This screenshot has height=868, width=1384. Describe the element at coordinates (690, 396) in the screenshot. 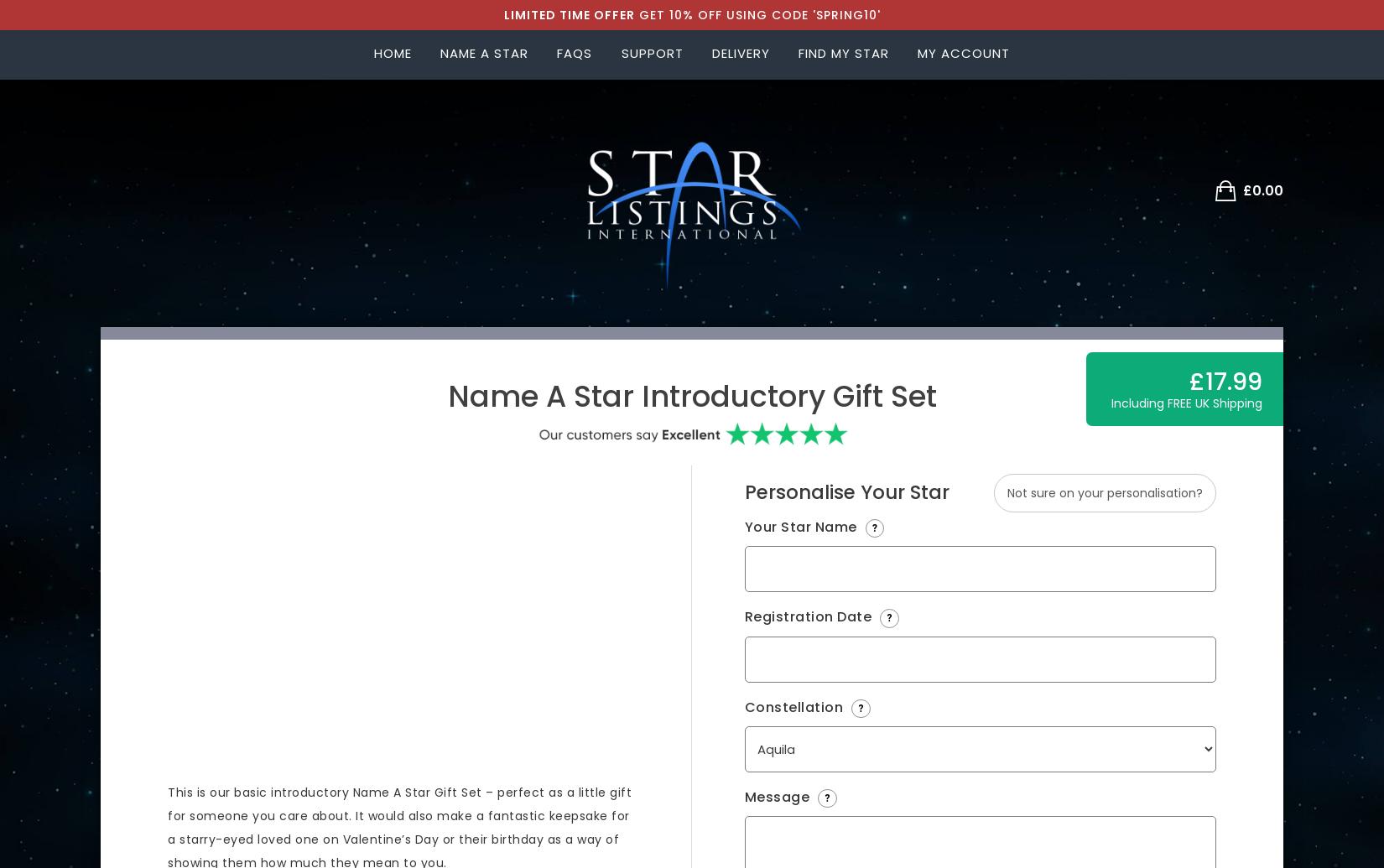

I see `'Name a Star Introductory Gift Set'` at that location.